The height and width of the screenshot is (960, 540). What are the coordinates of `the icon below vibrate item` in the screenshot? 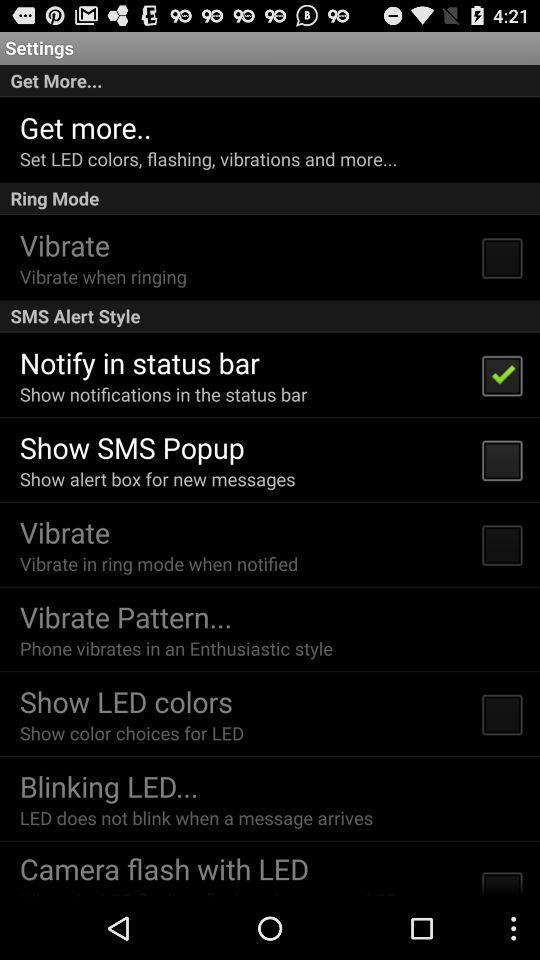 It's located at (158, 563).